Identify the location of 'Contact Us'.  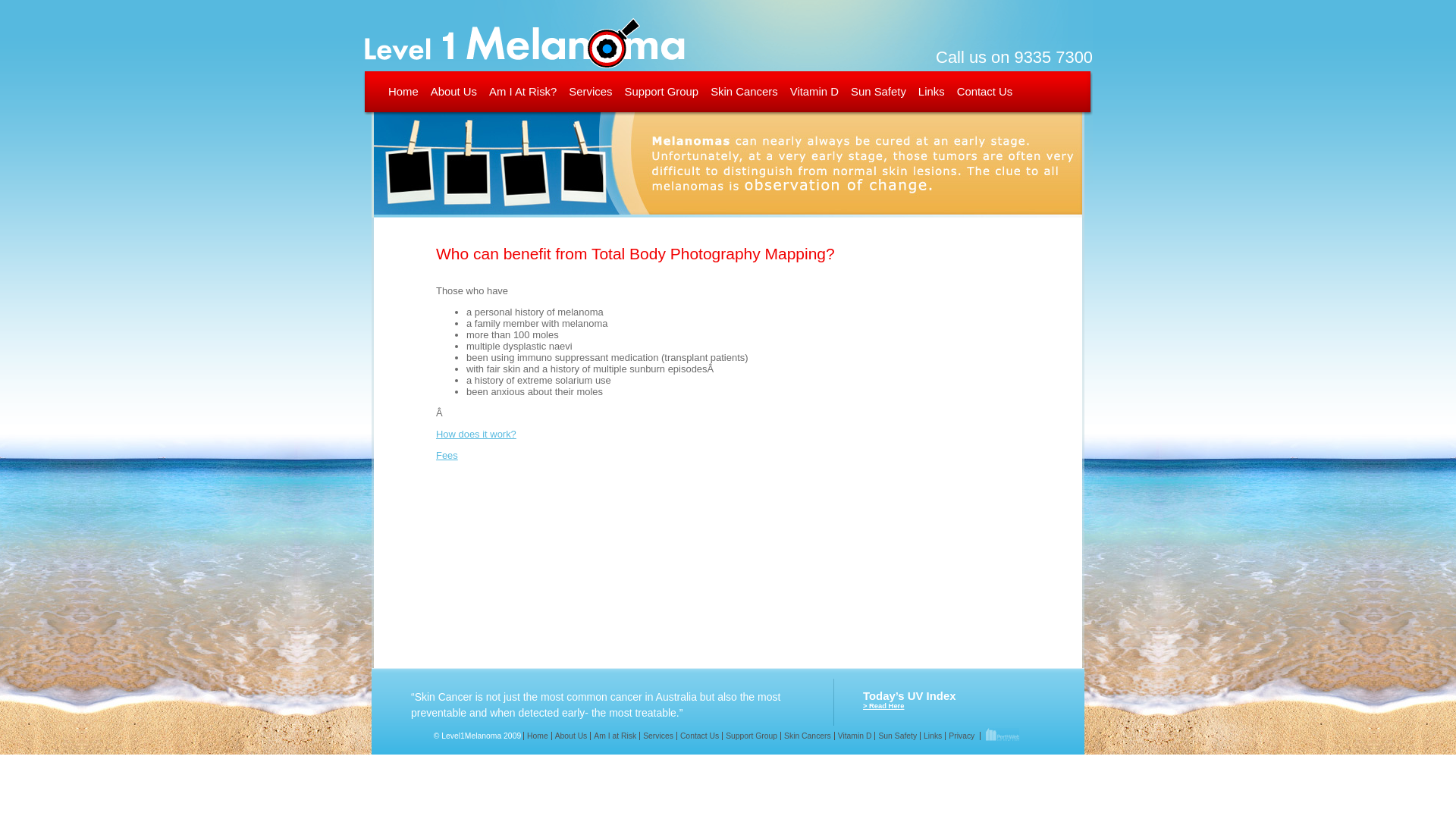
(698, 735).